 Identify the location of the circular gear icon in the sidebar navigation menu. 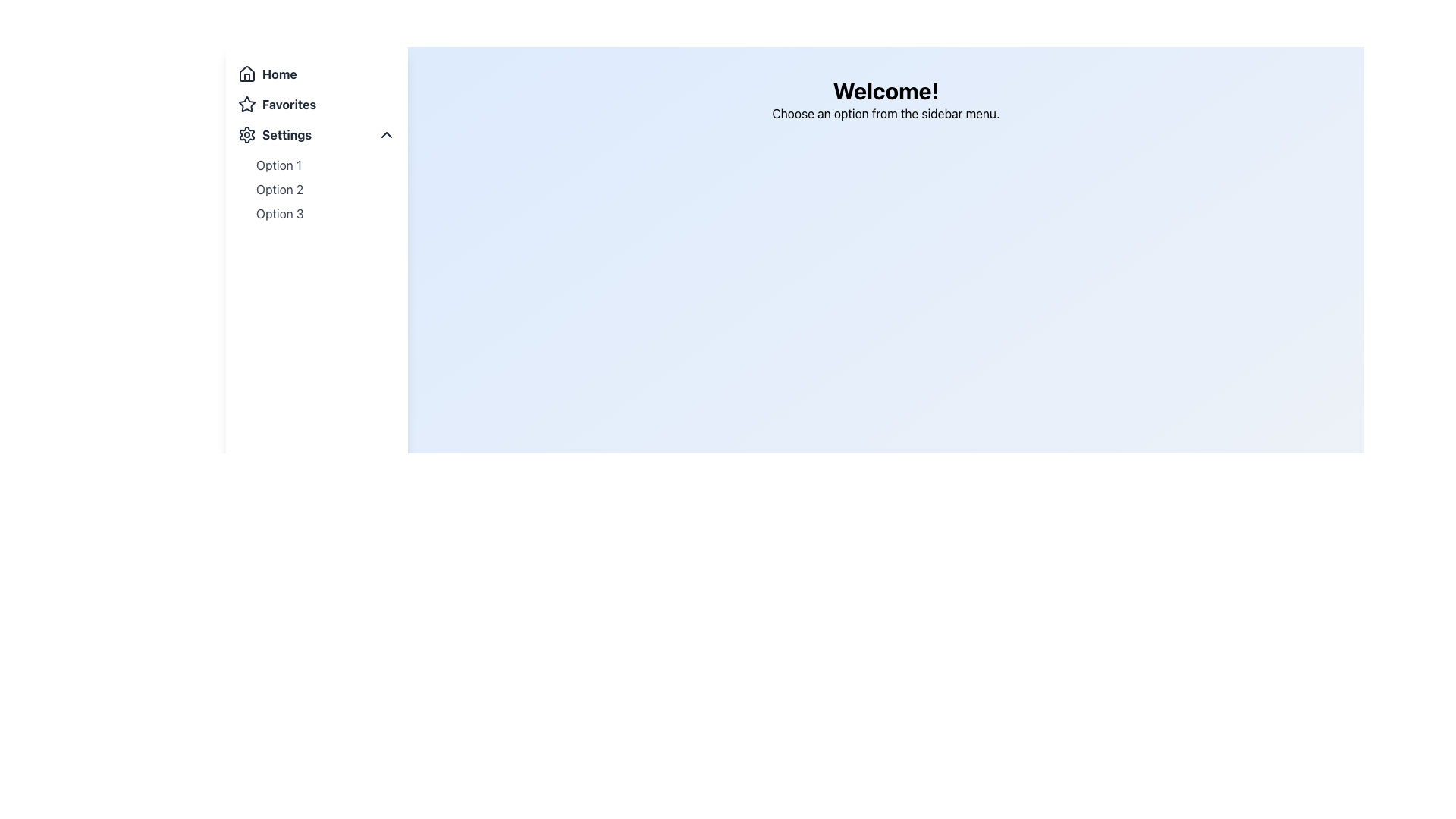
(247, 133).